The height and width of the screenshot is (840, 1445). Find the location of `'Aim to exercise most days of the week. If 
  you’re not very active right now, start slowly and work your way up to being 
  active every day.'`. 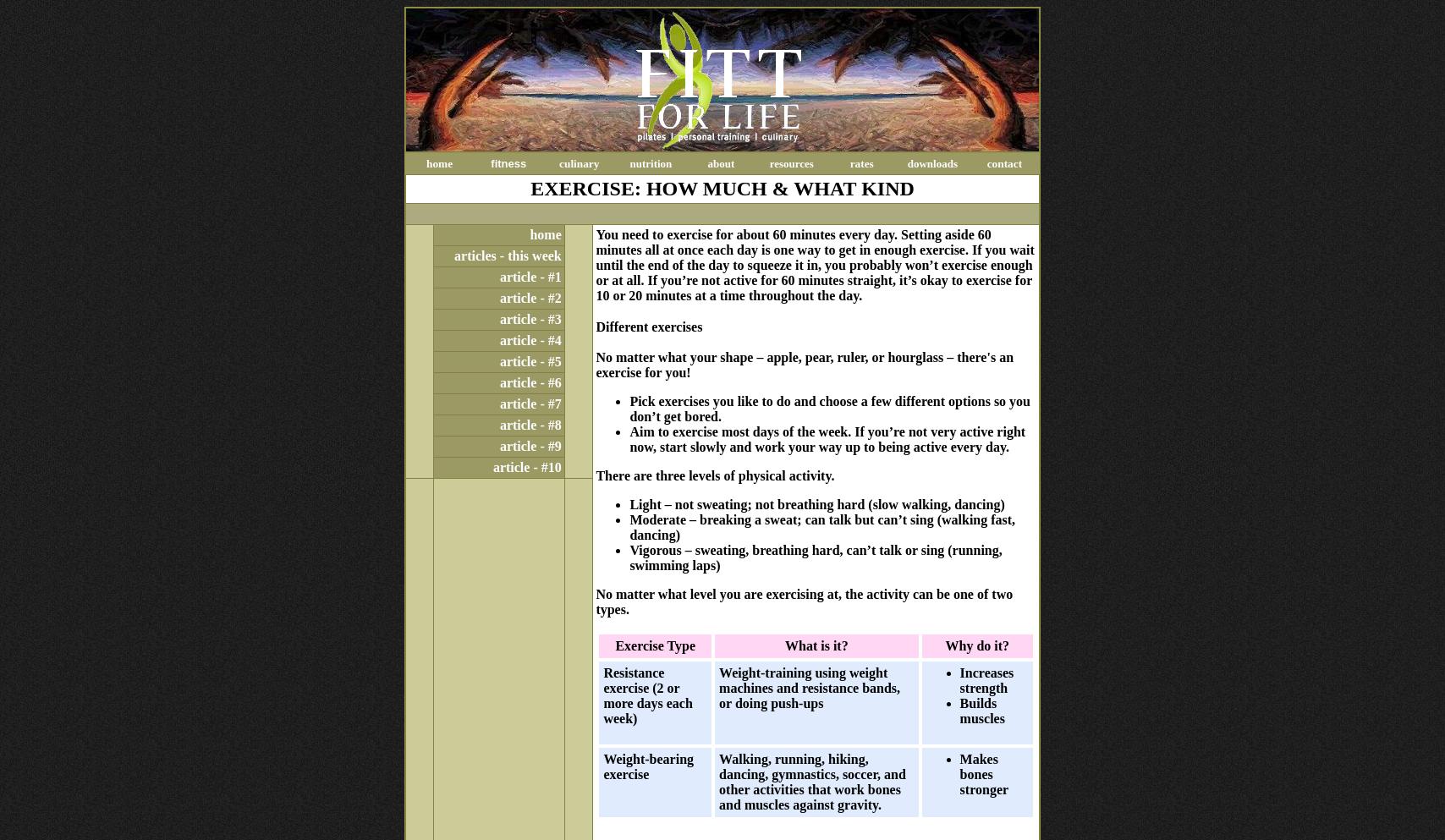

'Aim to exercise most days of the week. If 
  you’re not very active right now, start slowly and work your way up to being 
  active every day.' is located at coordinates (827, 439).